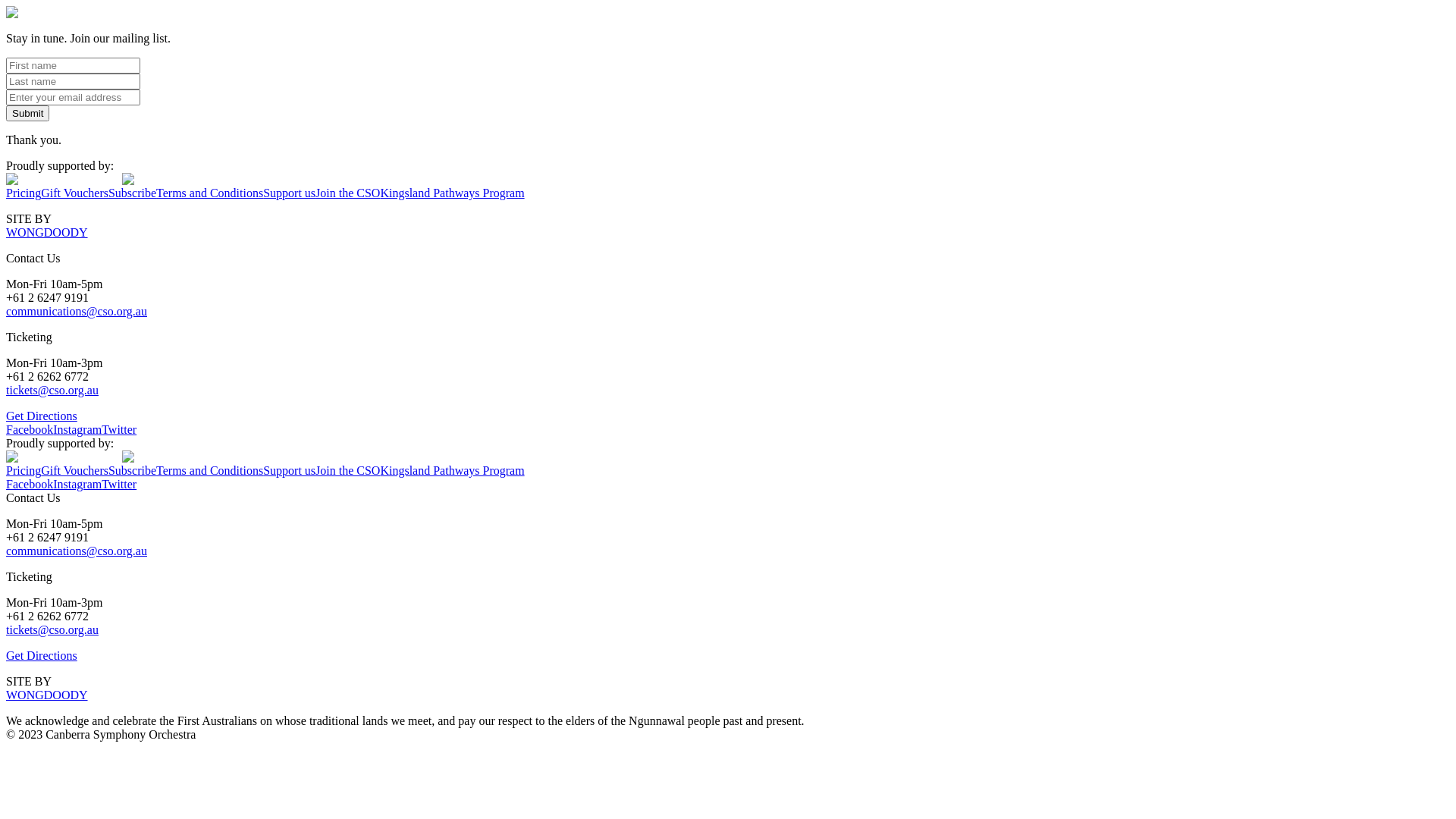 The height and width of the screenshot is (819, 1456). I want to click on 'Terms and Conditions', so click(209, 469).